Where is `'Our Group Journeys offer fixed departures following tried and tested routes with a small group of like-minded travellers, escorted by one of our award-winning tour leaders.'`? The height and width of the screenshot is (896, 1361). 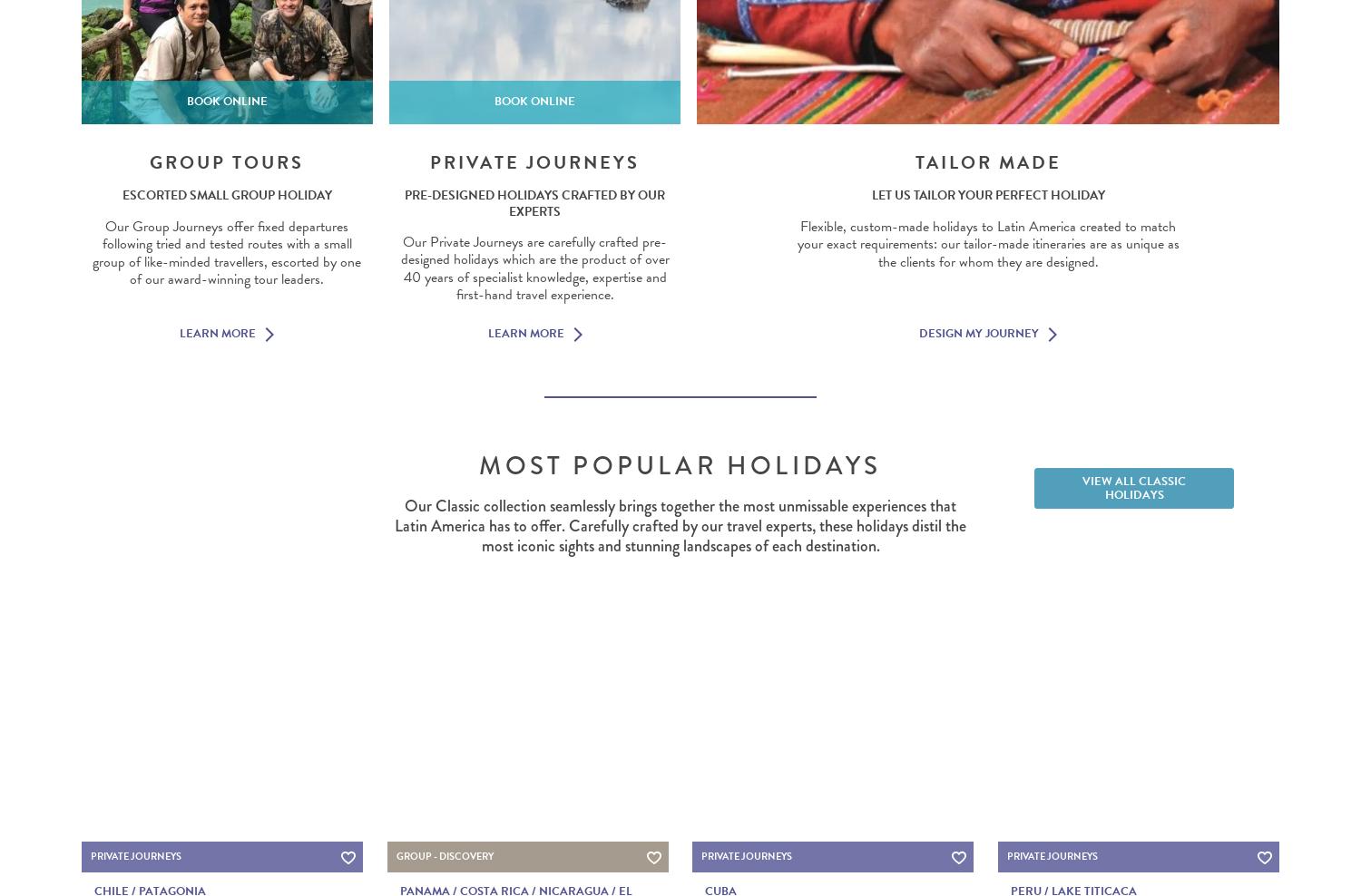 'Our Group Journeys offer fixed departures following tried and tested routes with a small group of like-minded travellers, escorted by one of our award-winning tour leaders.' is located at coordinates (227, 251).